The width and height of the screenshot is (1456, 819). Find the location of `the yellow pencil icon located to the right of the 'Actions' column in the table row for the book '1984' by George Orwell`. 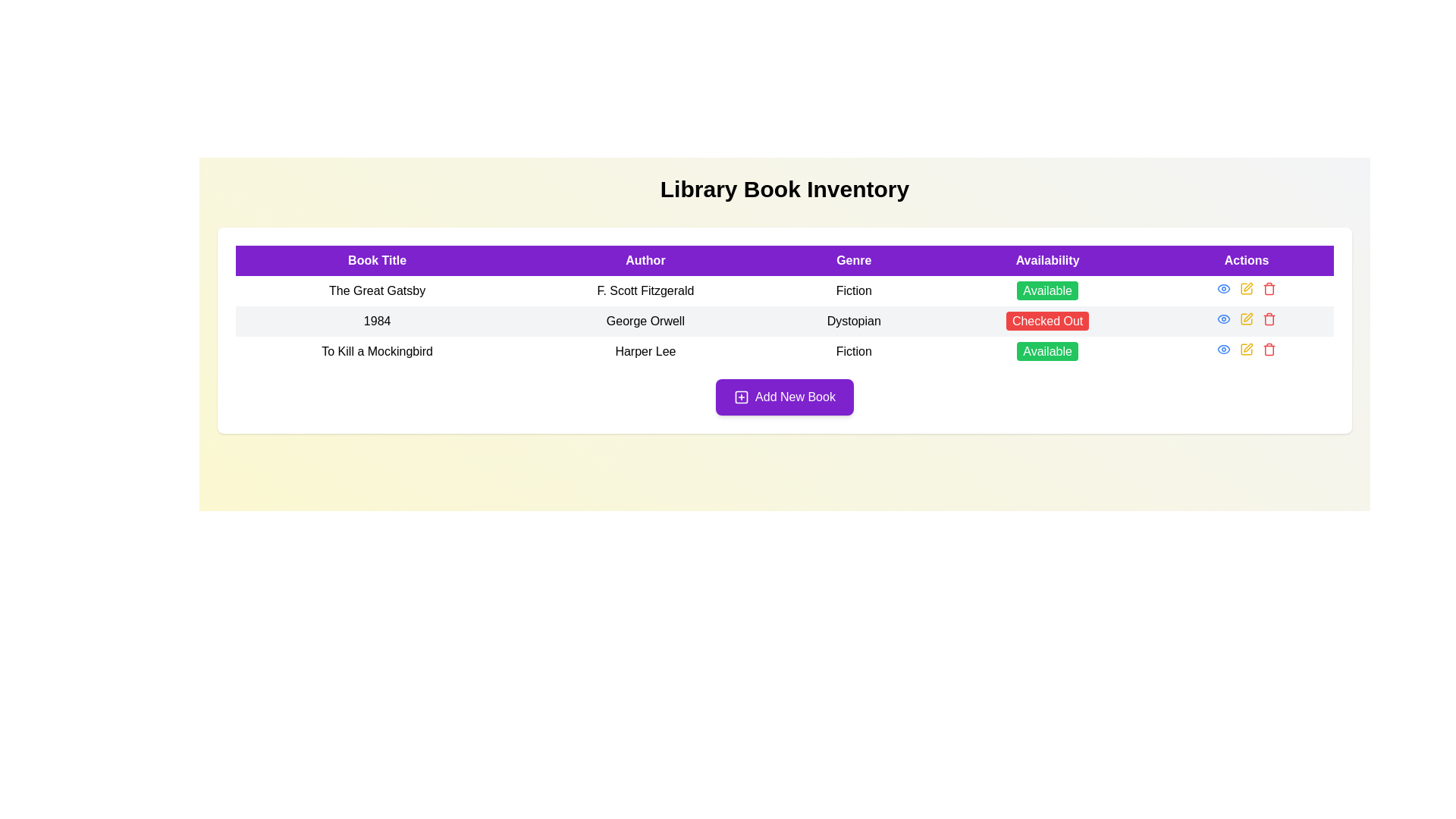

the yellow pencil icon located to the right of the 'Actions' column in the table row for the book '1984' by George Orwell is located at coordinates (1246, 289).